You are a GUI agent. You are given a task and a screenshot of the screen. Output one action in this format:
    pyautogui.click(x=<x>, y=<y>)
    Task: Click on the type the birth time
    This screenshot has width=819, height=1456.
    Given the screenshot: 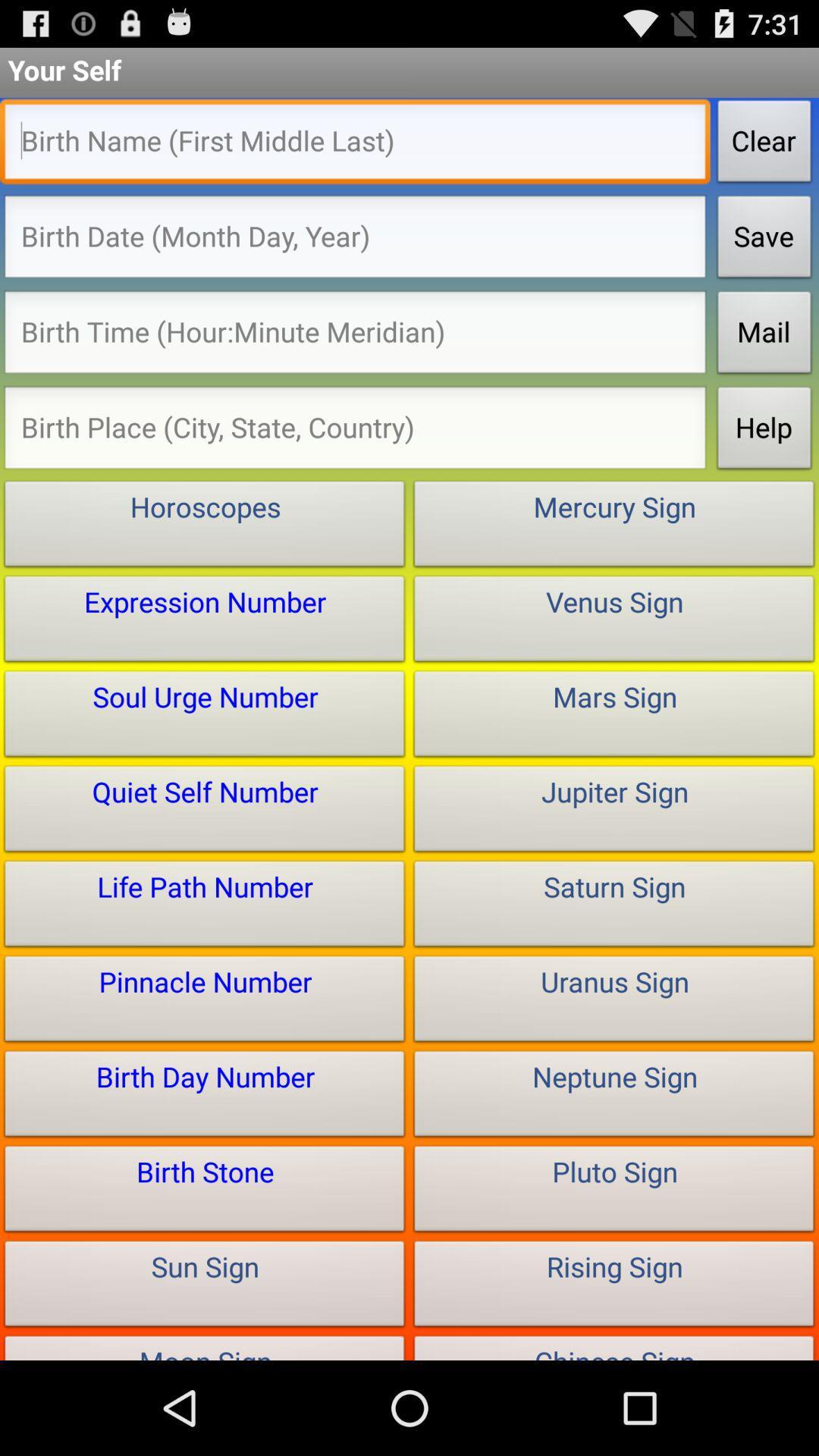 What is the action you would take?
    pyautogui.click(x=355, y=335)
    